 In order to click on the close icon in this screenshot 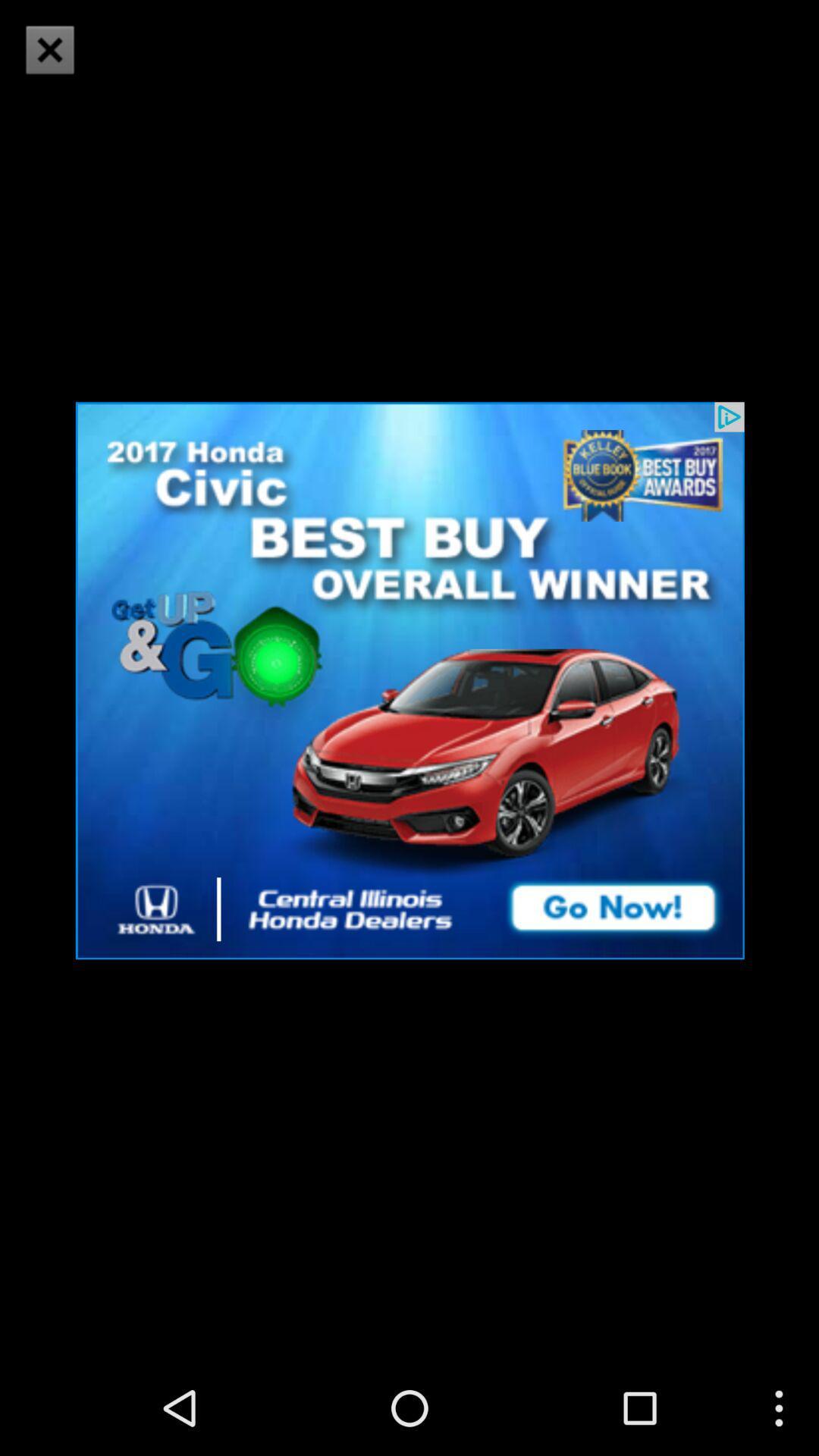, I will do `click(49, 53)`.